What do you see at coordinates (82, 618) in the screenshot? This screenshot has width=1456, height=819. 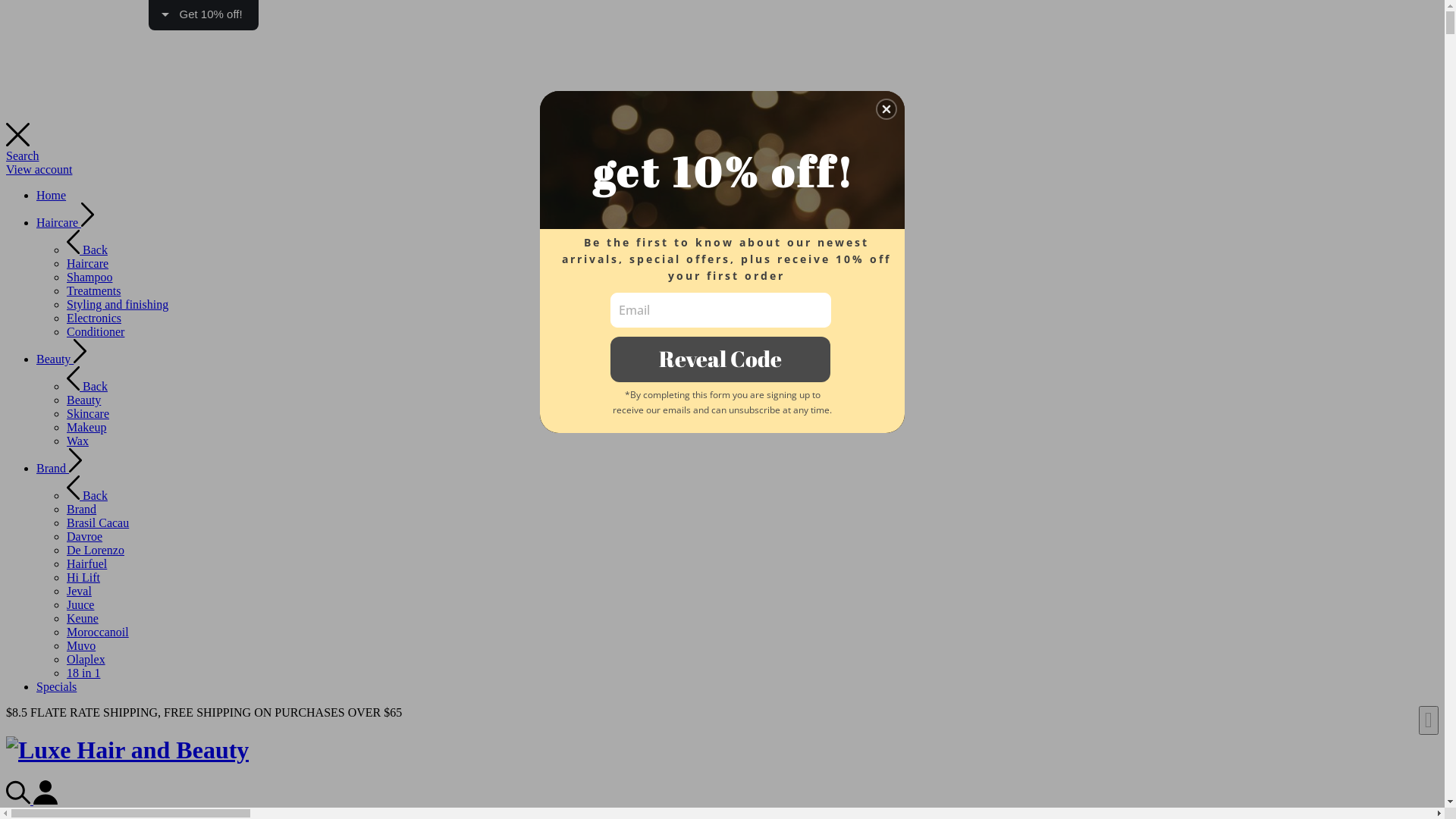 I see `'Keune'` at bounding box center [82, 618].